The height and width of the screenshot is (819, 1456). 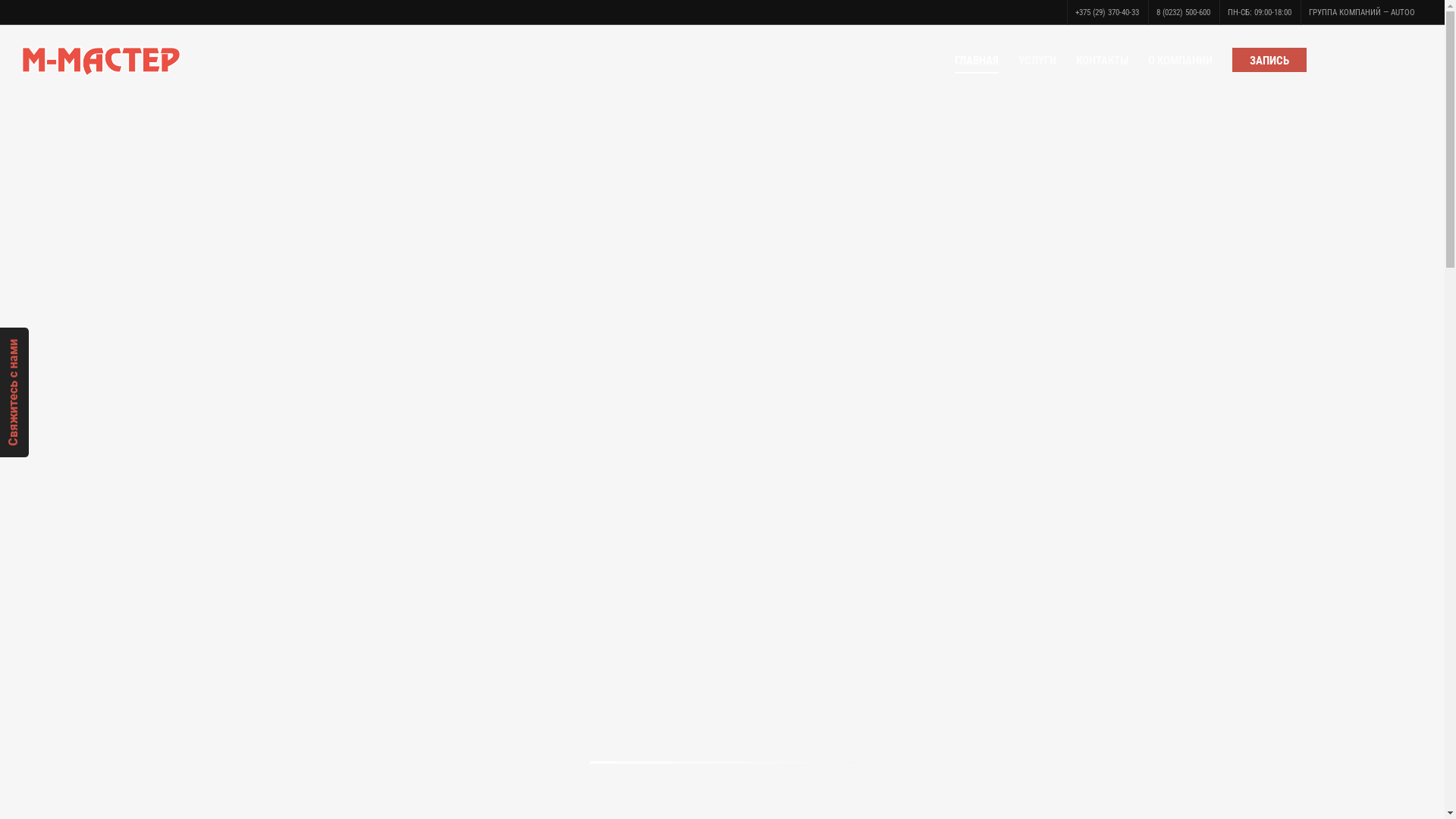 I want to click on '8 (0232) 500-600', so click(x=1147, y=12).